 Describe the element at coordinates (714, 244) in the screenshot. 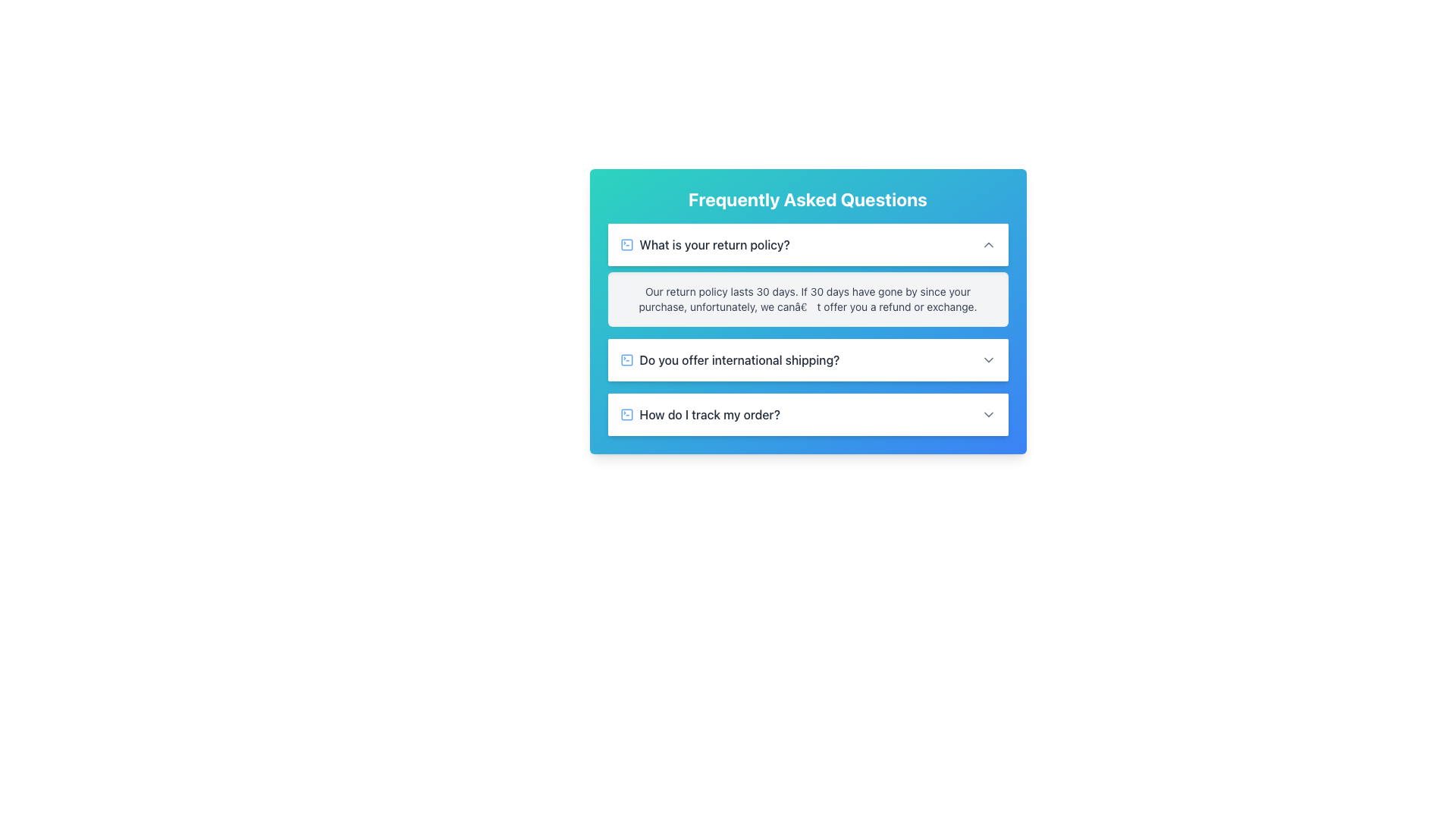

I see `the text element that reads 'What is your return policy?'` at that location.